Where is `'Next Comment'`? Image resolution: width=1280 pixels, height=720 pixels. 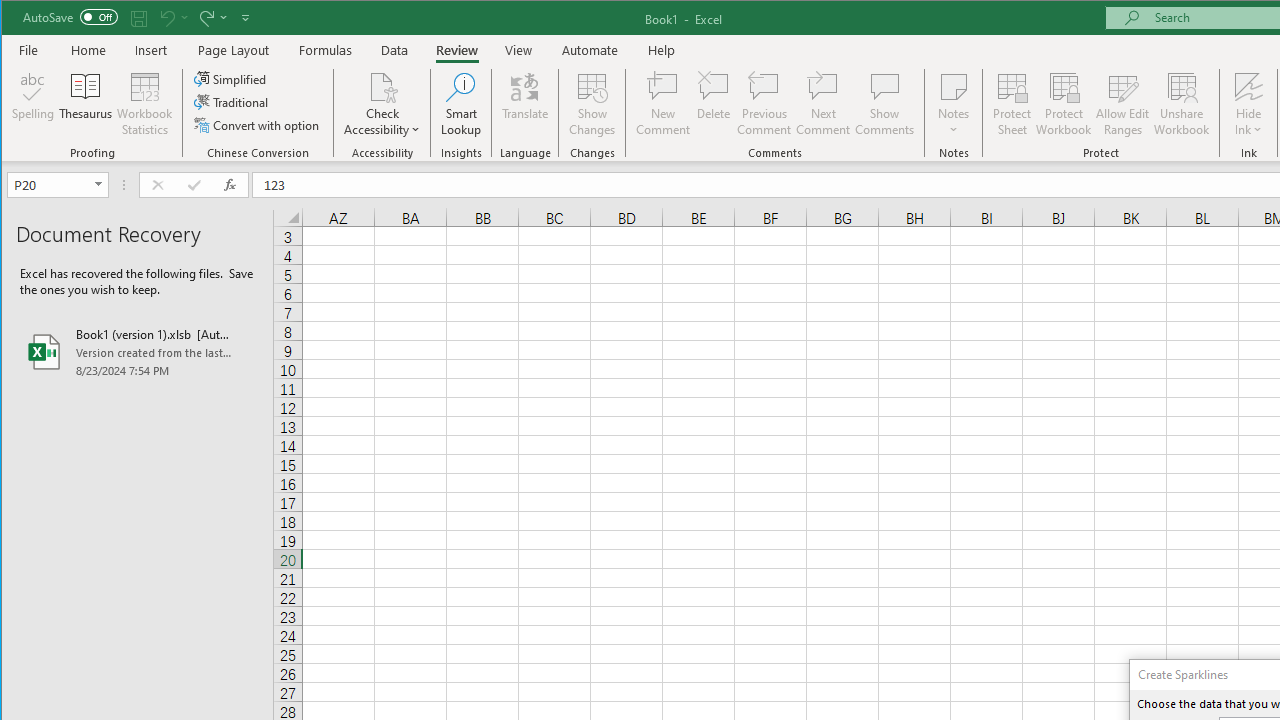
'Next Comment' is located at coordinates (823, 104).